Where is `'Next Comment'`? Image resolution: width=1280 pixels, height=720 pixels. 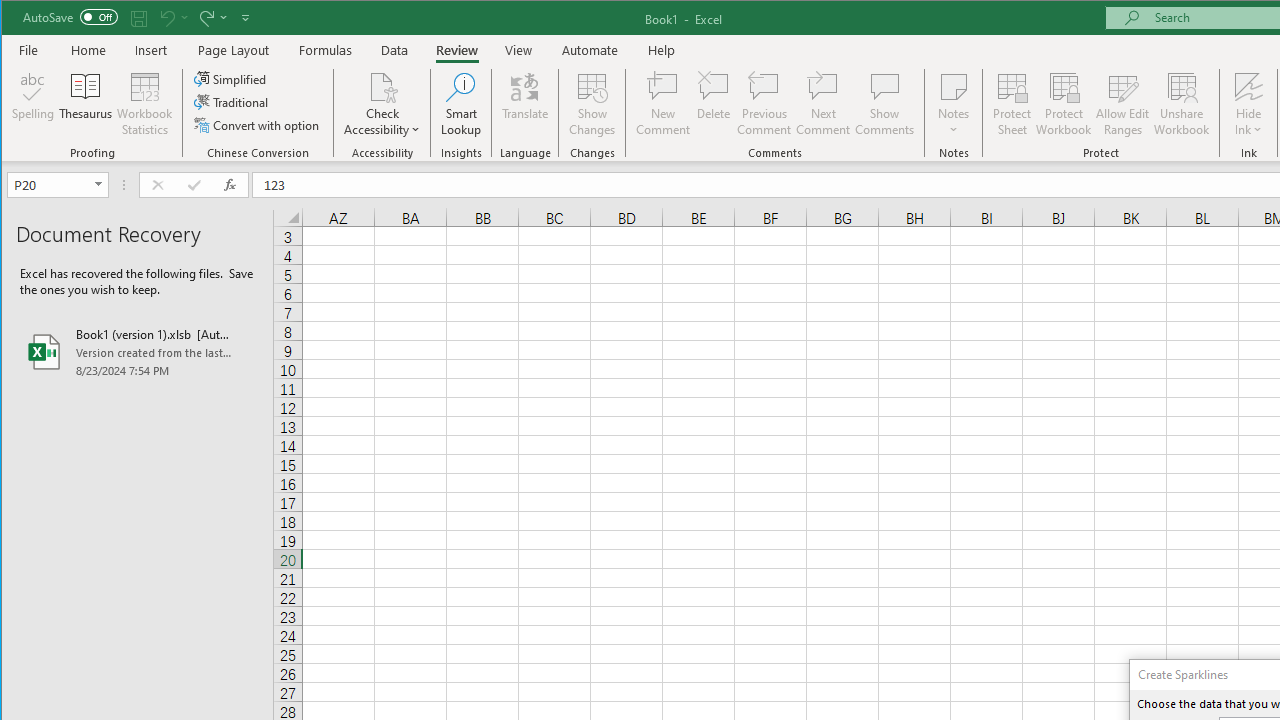
'Next Comment' is located at coordinates (823, 104).